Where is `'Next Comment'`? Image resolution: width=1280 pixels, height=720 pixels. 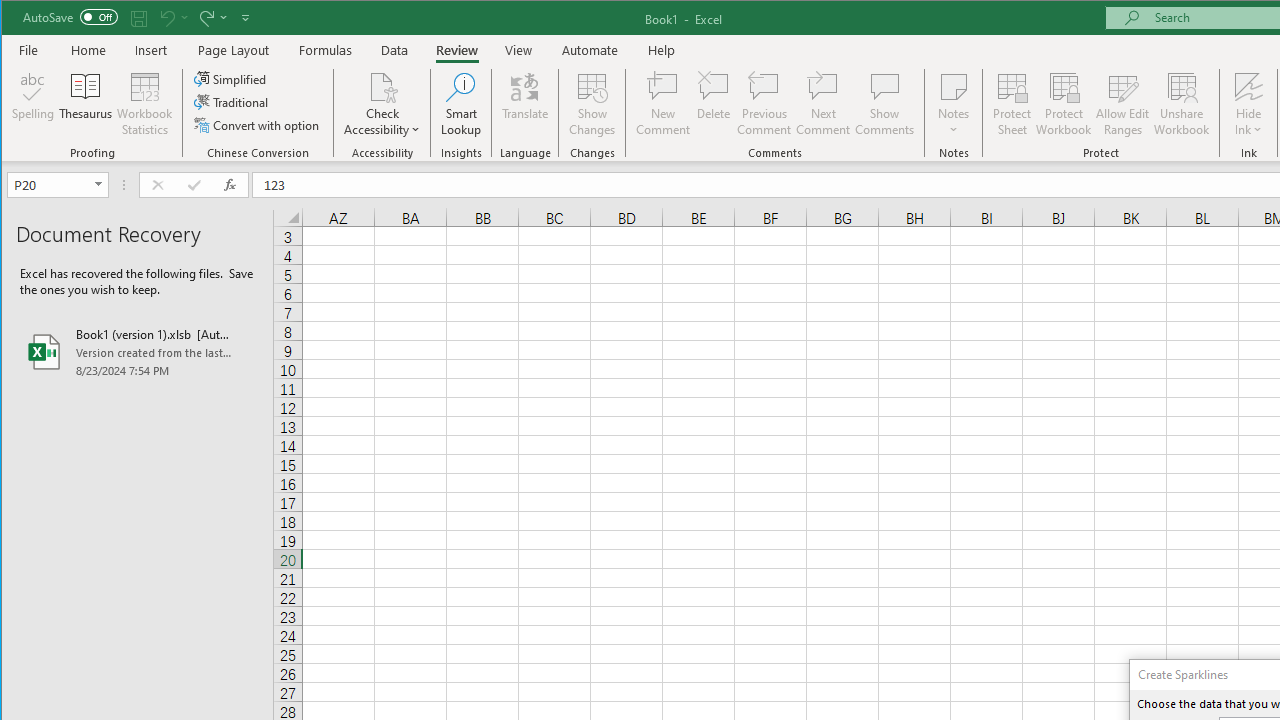
'Next Comment' is located at coordinates (823, 104).